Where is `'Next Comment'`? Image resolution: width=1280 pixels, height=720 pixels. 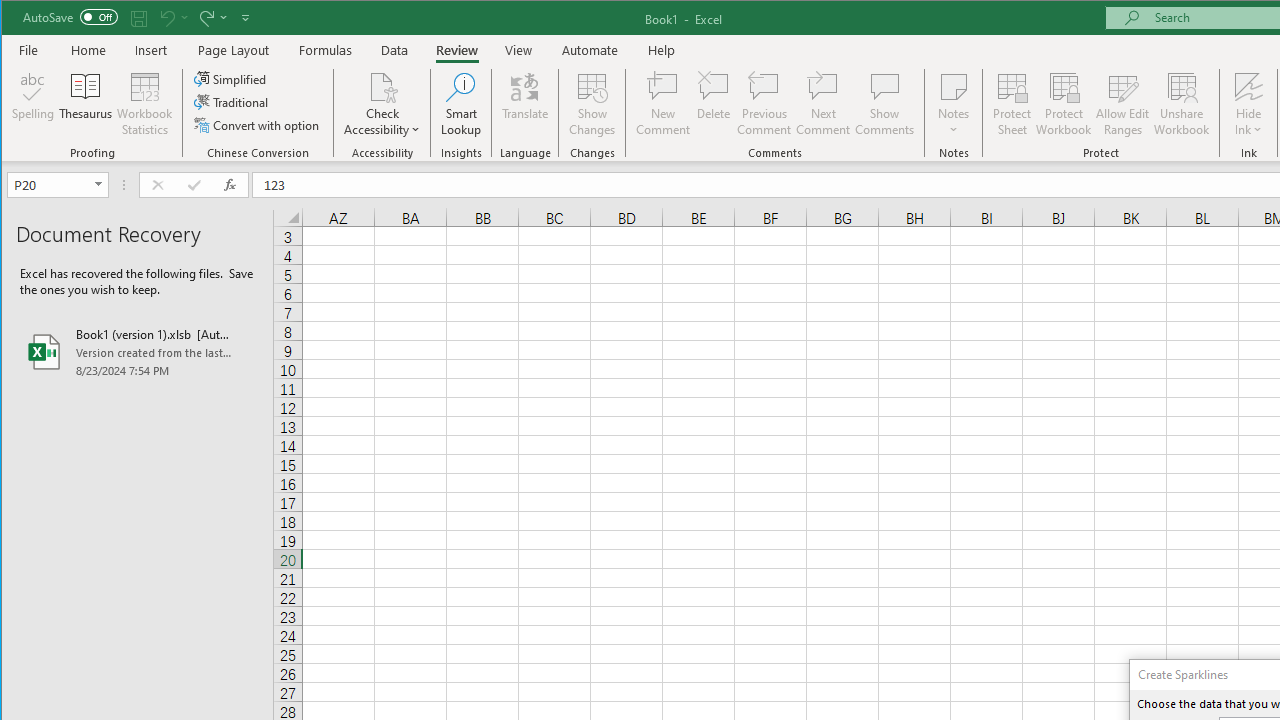
'Next Comment' is located at coordinates (823, 104).